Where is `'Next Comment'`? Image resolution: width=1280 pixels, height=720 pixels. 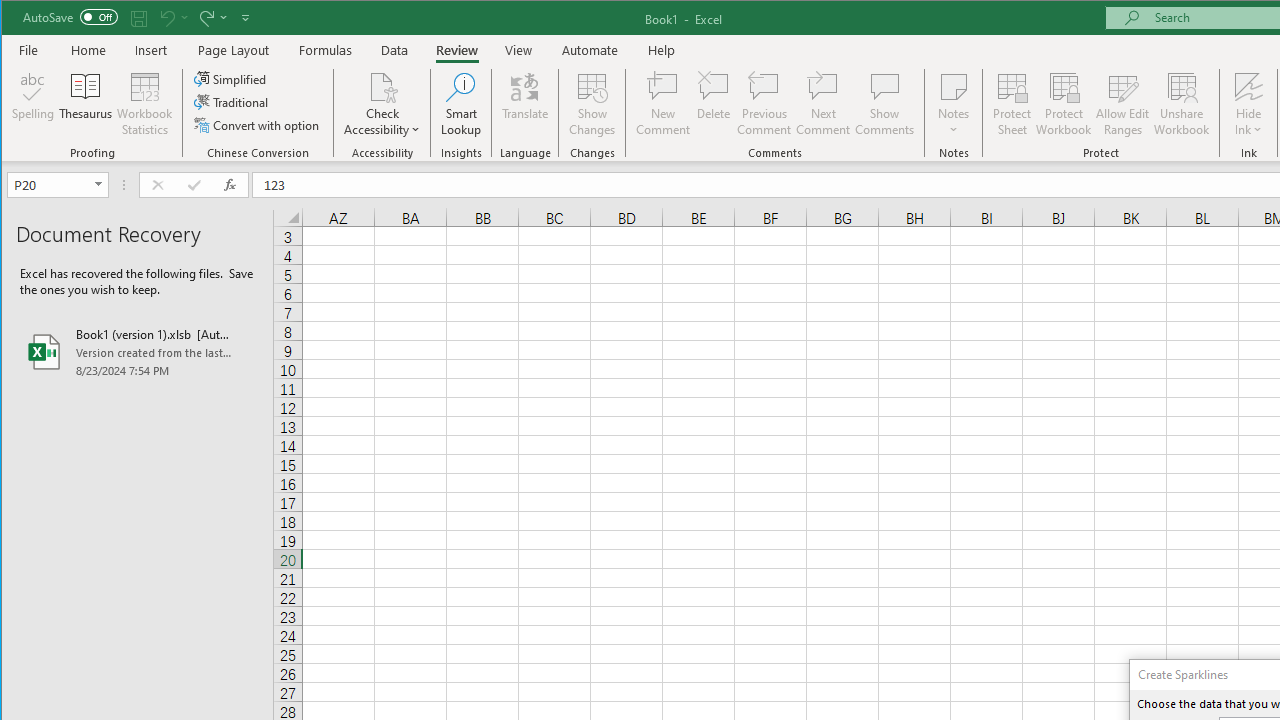
'Next Comment' is located at coordinates (823, 104).